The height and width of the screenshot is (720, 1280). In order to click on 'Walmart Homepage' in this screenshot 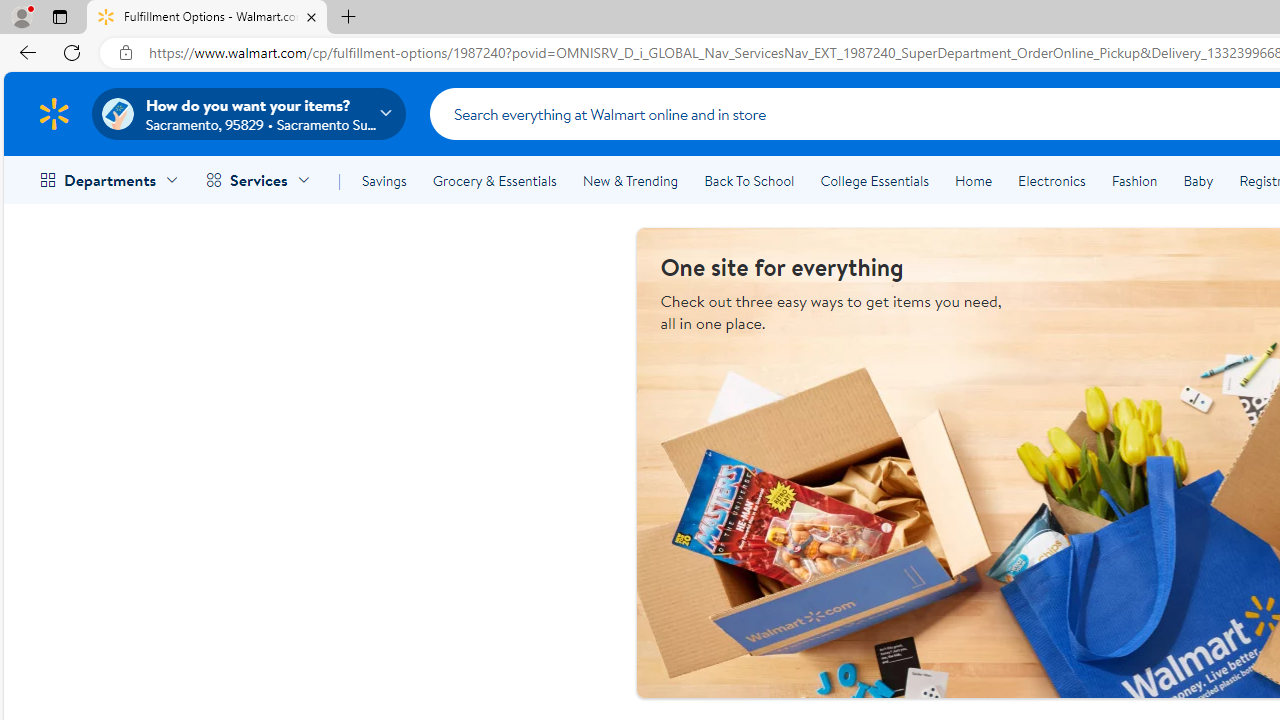, I will do `click(53, 113)`.